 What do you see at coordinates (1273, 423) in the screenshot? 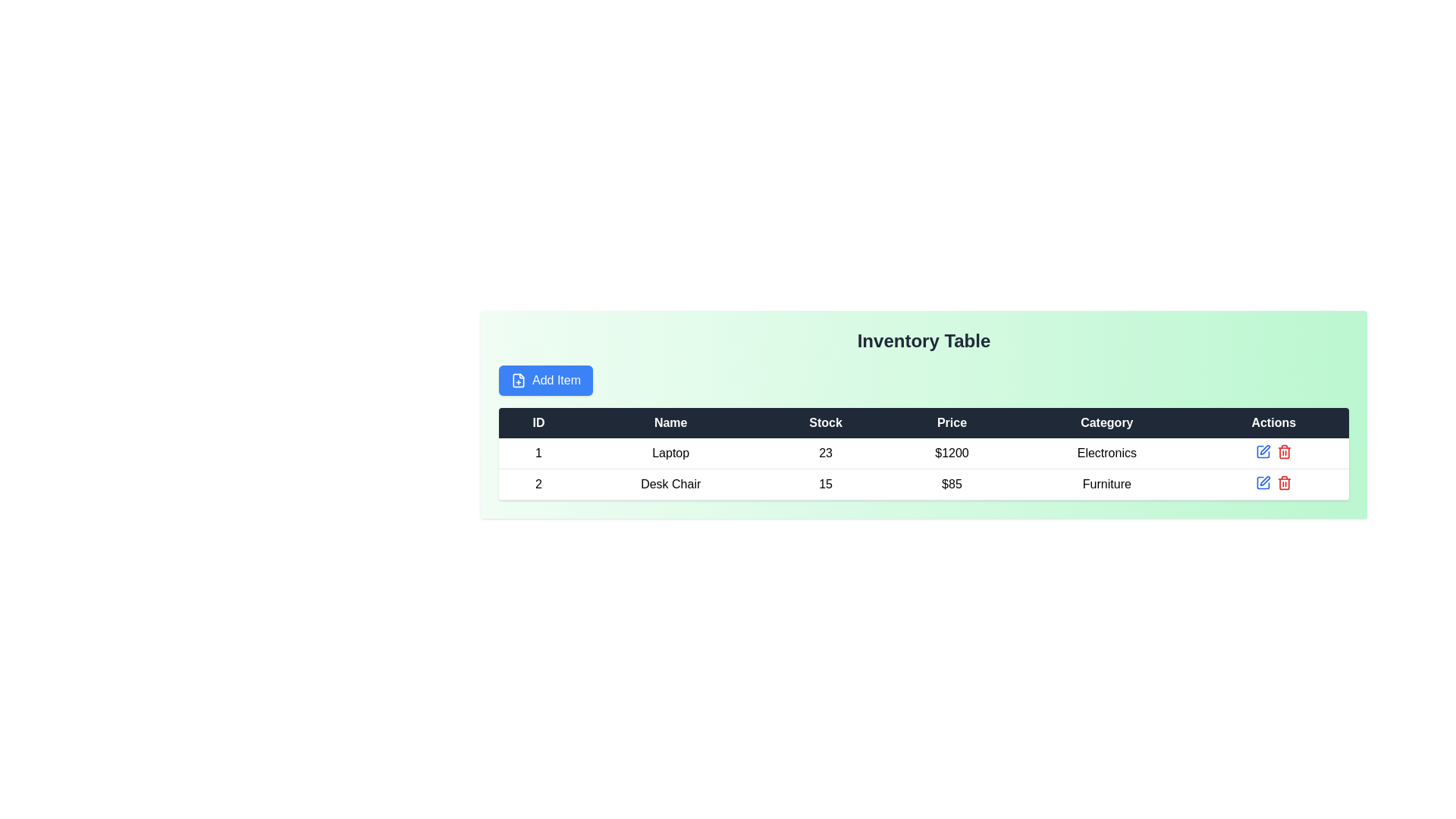
I see `the Text Label in the header row of the table that indicates actions for rows, located at the far right after the 'Category' column` at bounding box center [1273, 423].